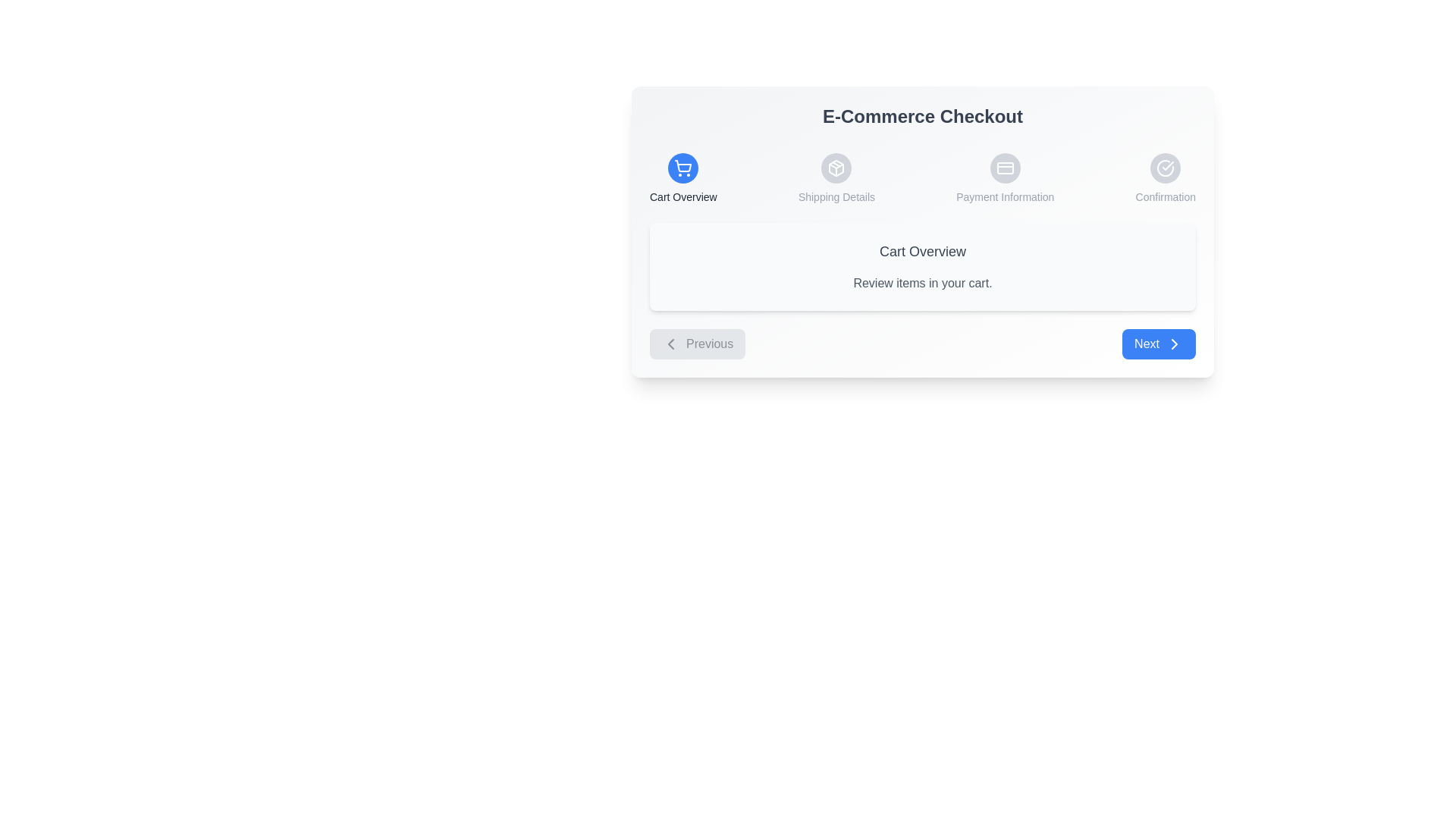 The width and height of the screenshot is (1456, 819). I want to click on the circular icon representing 'Shipping Details', so click(836, 177).